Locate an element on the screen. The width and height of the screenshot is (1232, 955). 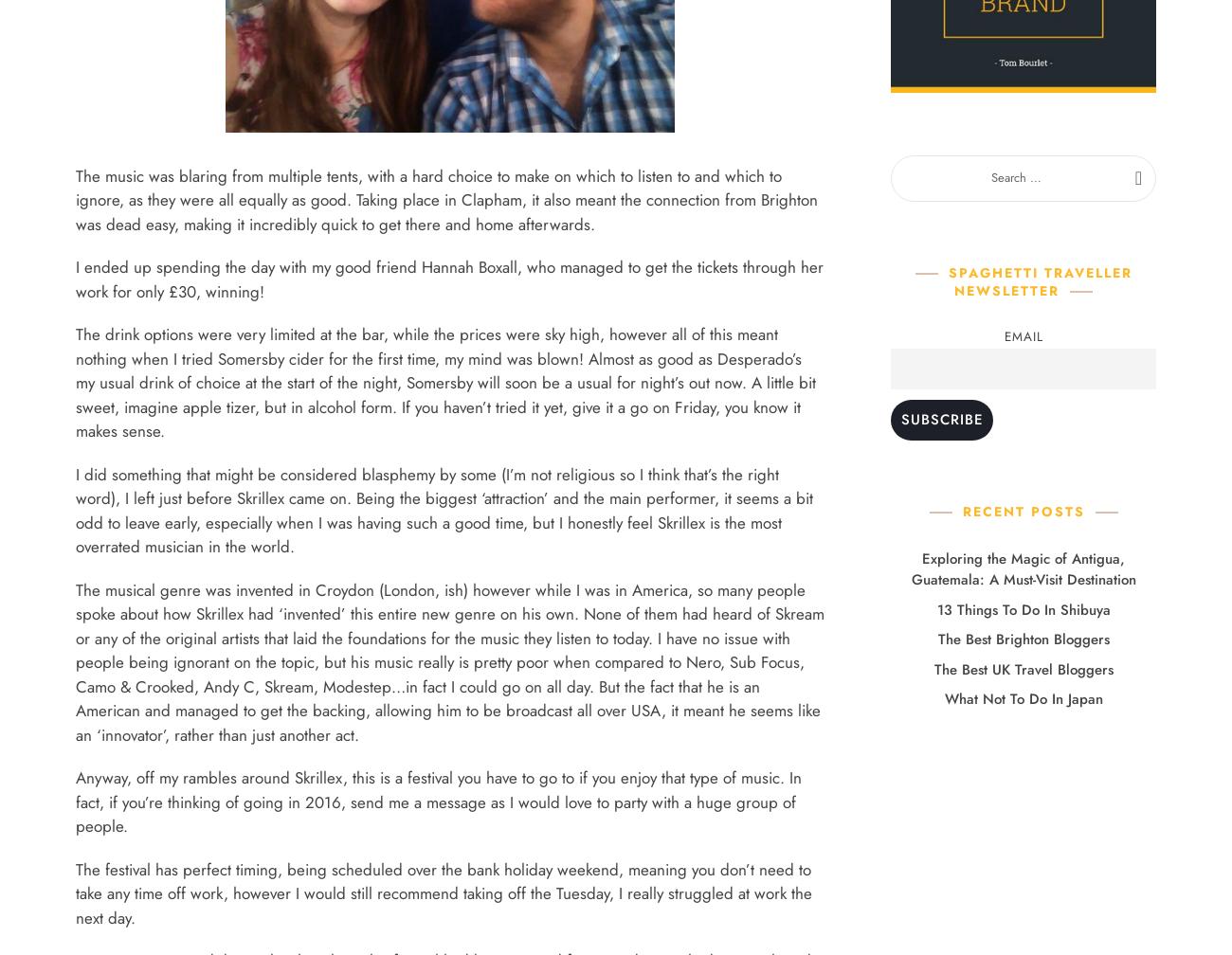
'Kazakhstan' is located at coordinates (469, 279).